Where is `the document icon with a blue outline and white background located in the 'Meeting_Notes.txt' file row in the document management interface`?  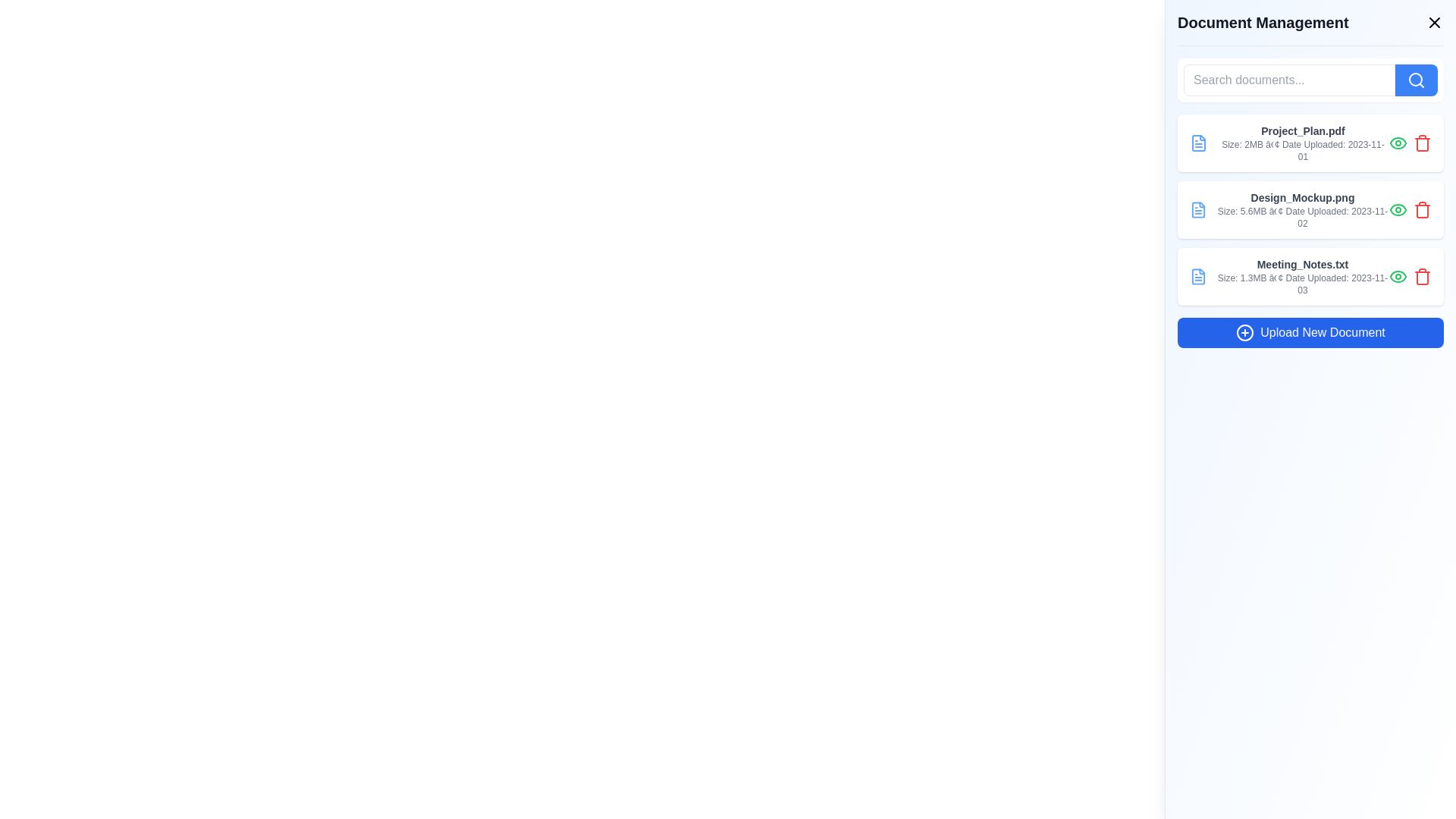
the document icon with a blue outline and white background located in the 'Meeting_Notes.txt' file row in the document management interface is located at coordinates (1197, 277).